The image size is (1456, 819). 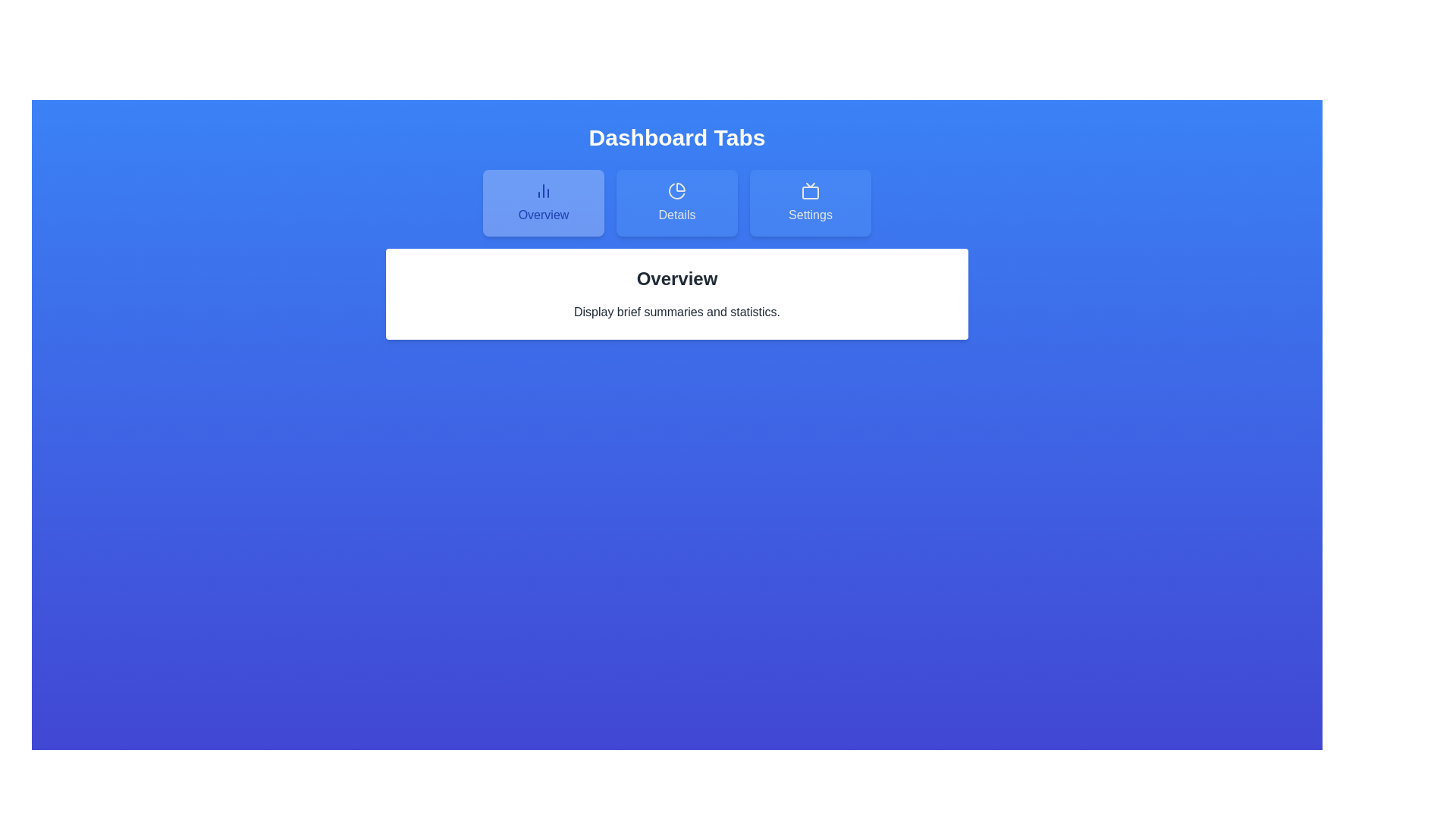 What do you see at coordinates (676, 202) in the screenshot?
I see `the tab button labeled Details to view its hover effect` at bounding box center [676, 202].